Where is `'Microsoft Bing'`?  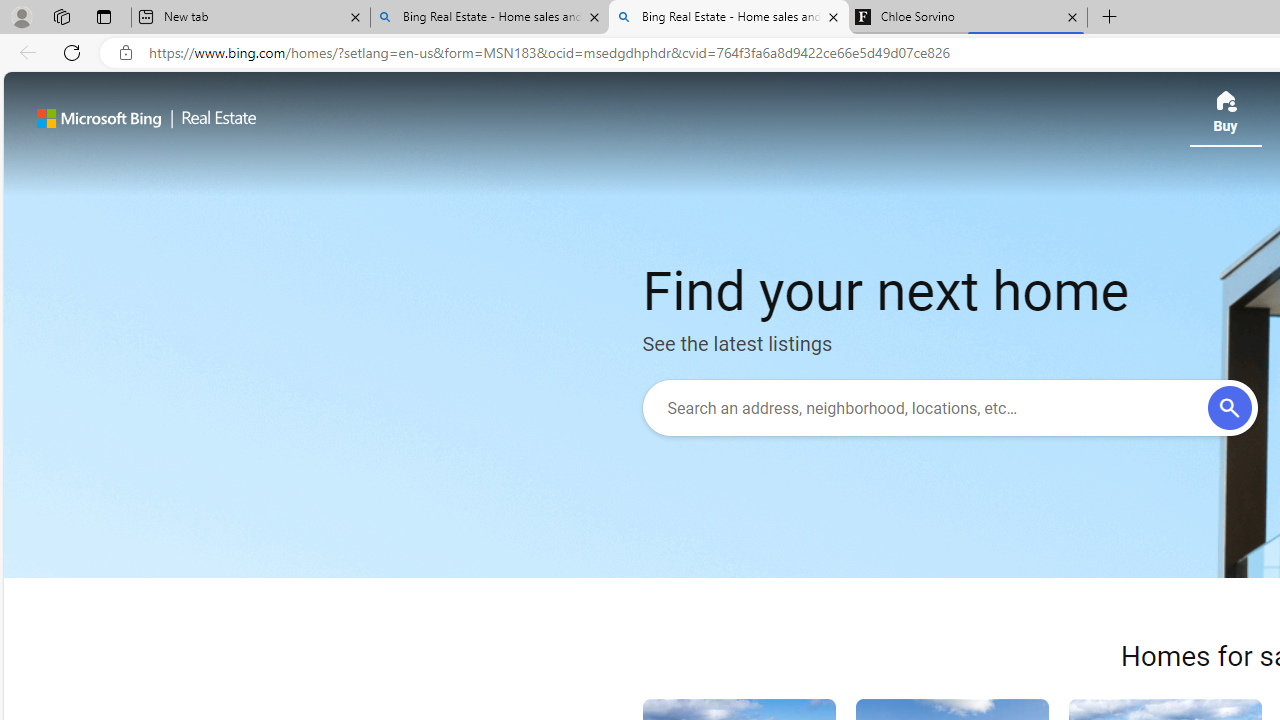
'Microsoft Bing' is located at coordinates (98, 118).